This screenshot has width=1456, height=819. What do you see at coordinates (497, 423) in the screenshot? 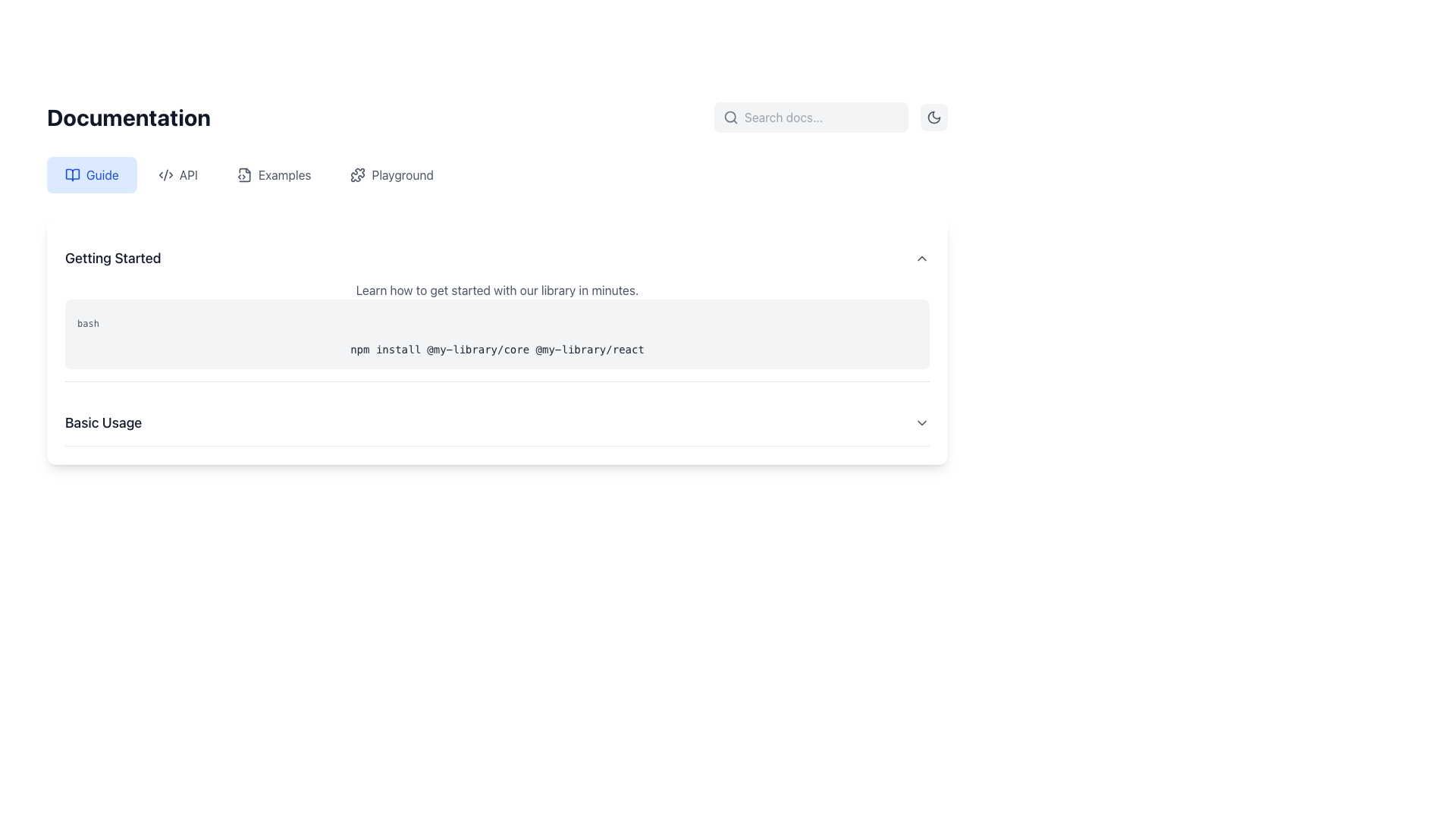
I see `the 'Basic Usage' dropdown trigger, which is styled with a medium font weight and has a subtle gray border at the bottom, located in the fourth position under the 'Getting Started' category` at bounding box center [497, 423].